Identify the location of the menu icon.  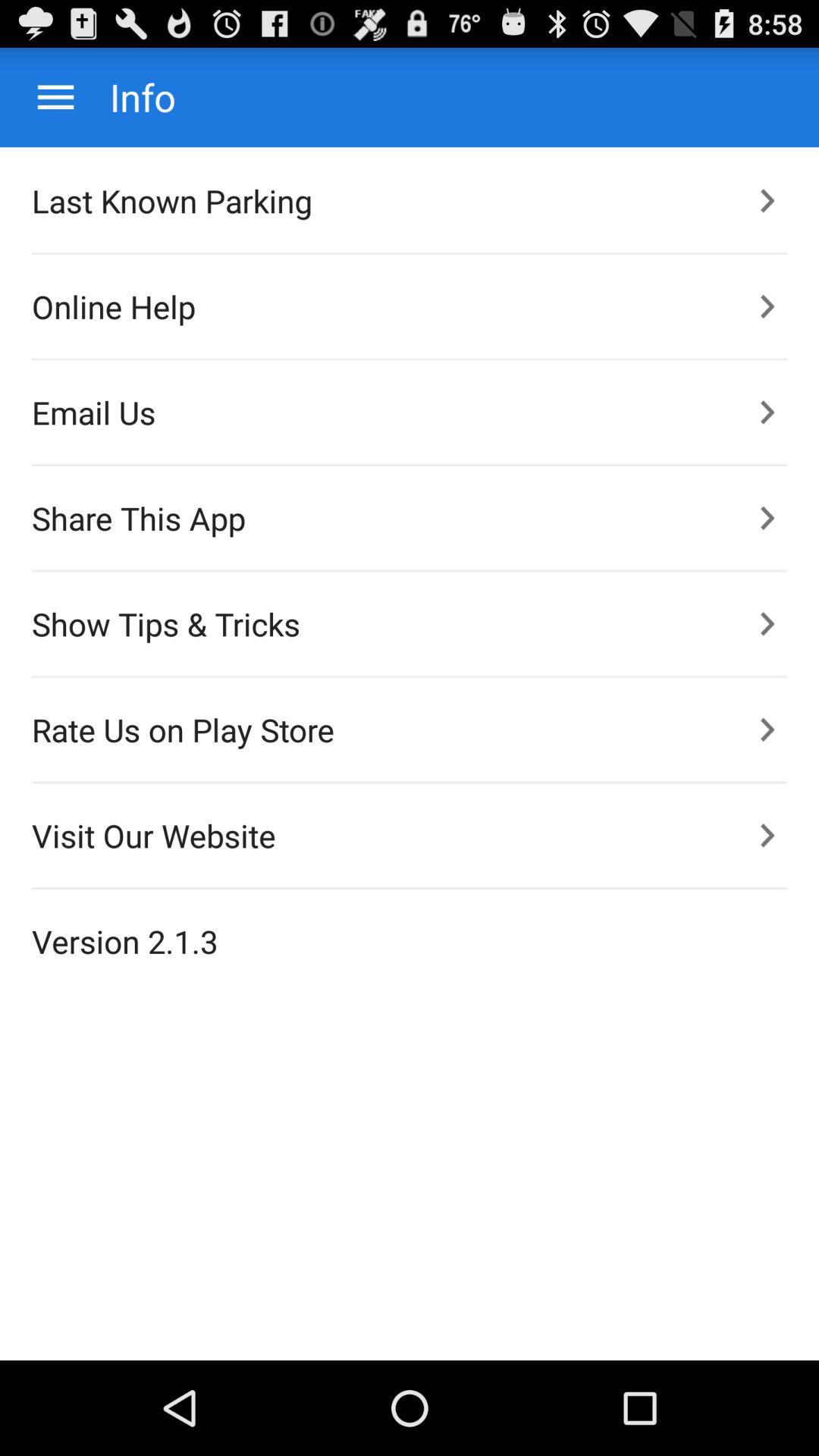
(55, 103).